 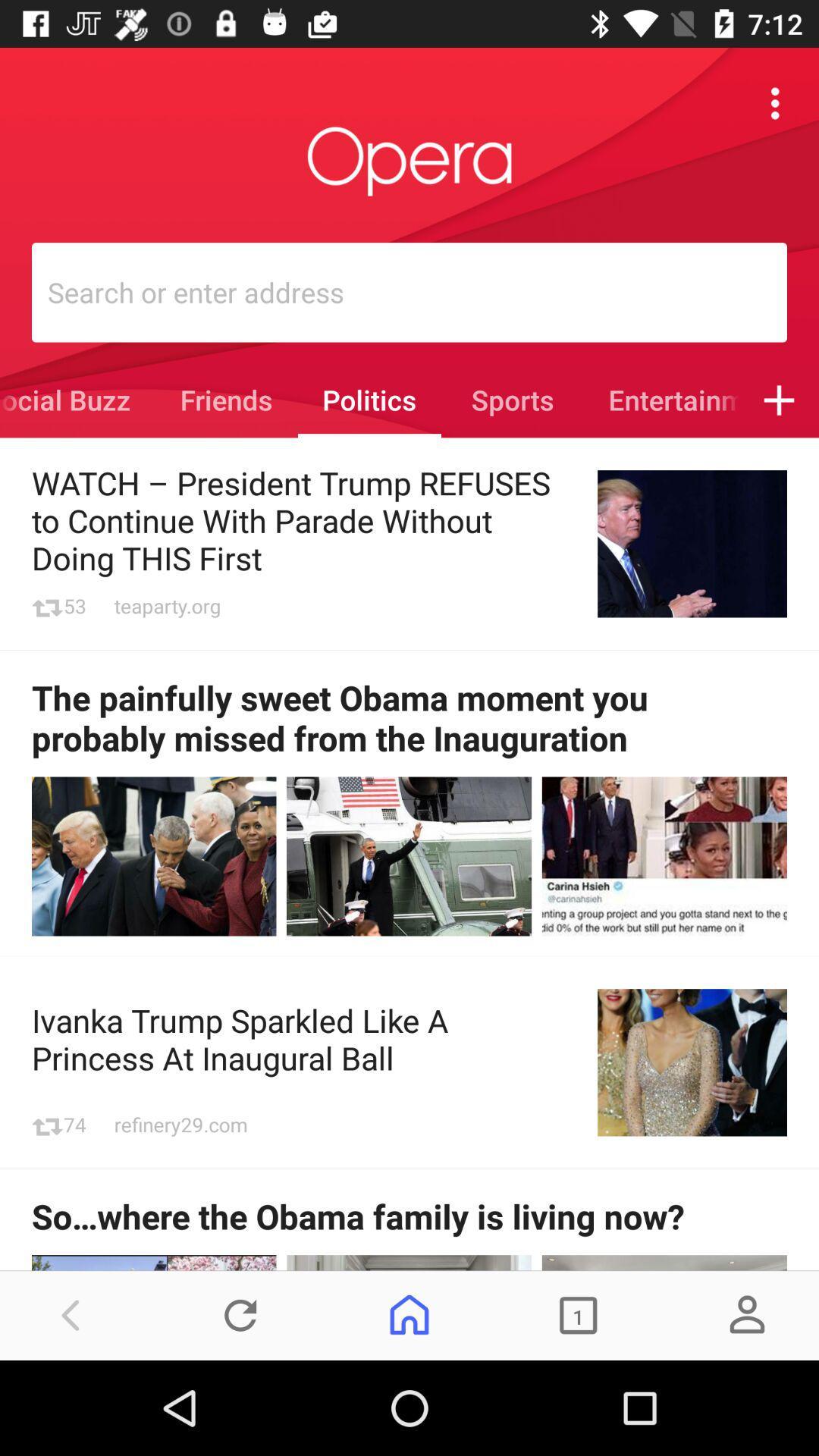 I want to click on the home icon, so click(x=409, y=1314).